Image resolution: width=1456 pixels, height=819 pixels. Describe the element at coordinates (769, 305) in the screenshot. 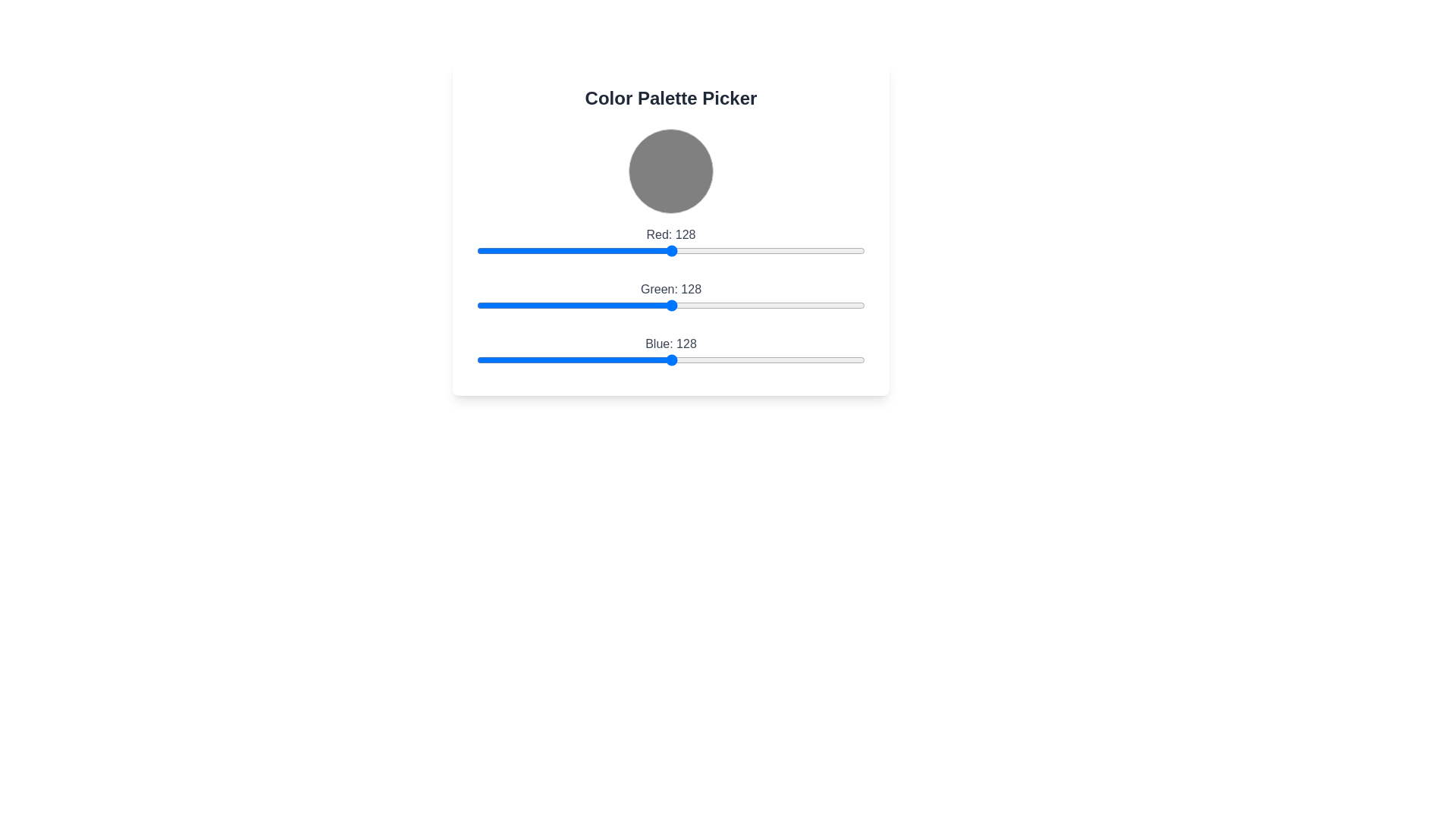

I see `the green color value` at that location.